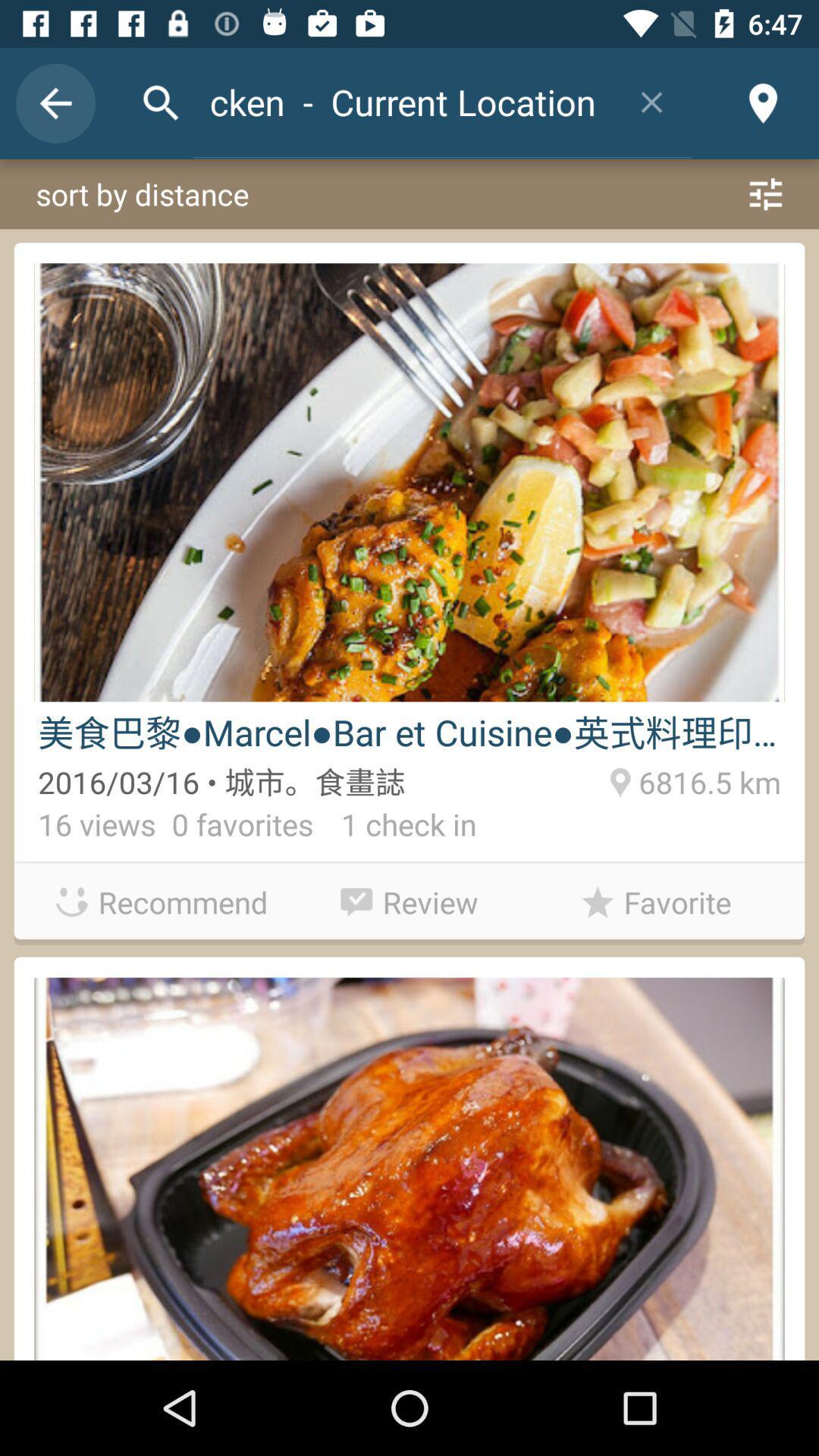 The height and width of the screenshot is (1456, 819). What do you see at coordinates (162, 902) in the screenshot?
I see `the item next to review item` at bounding box center [162, 902].